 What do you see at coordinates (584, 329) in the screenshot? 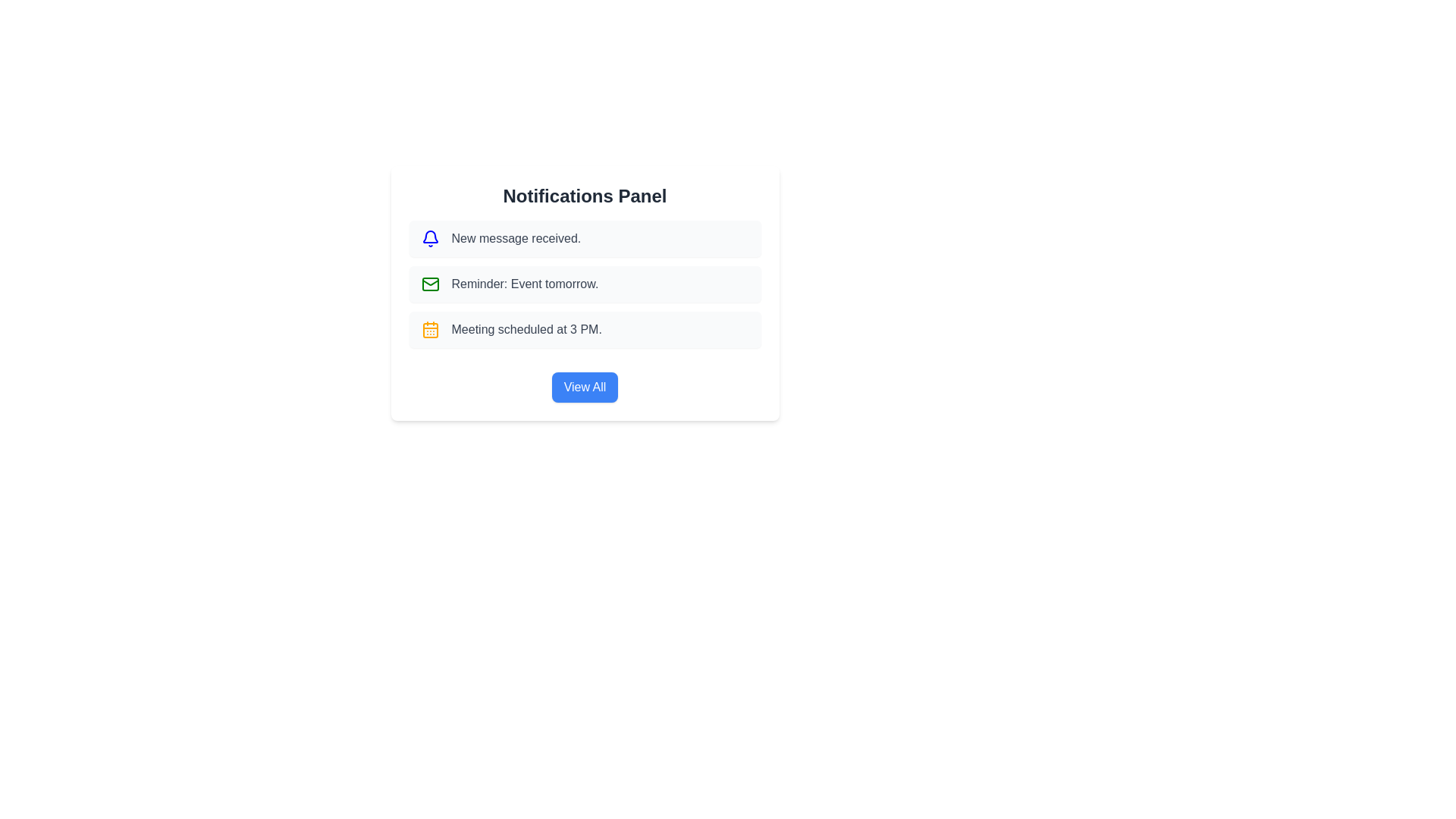
I see `the third notification item in the Notifications Panel that informs about a meeting scheduled at 3 PM` at bounding box center [584, 329].